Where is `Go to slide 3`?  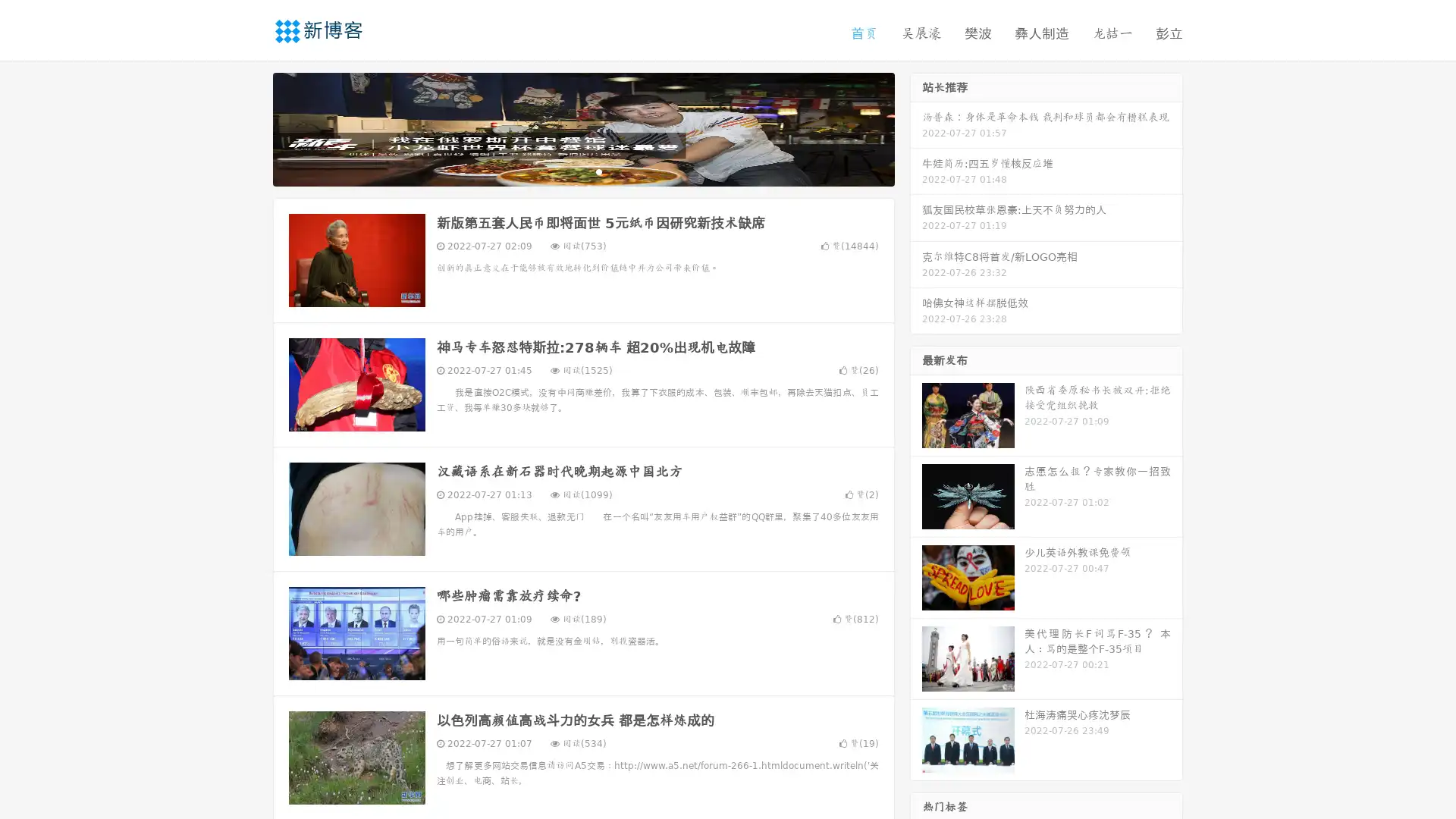
Go to slide 3 is located at coordinates (598, 171).